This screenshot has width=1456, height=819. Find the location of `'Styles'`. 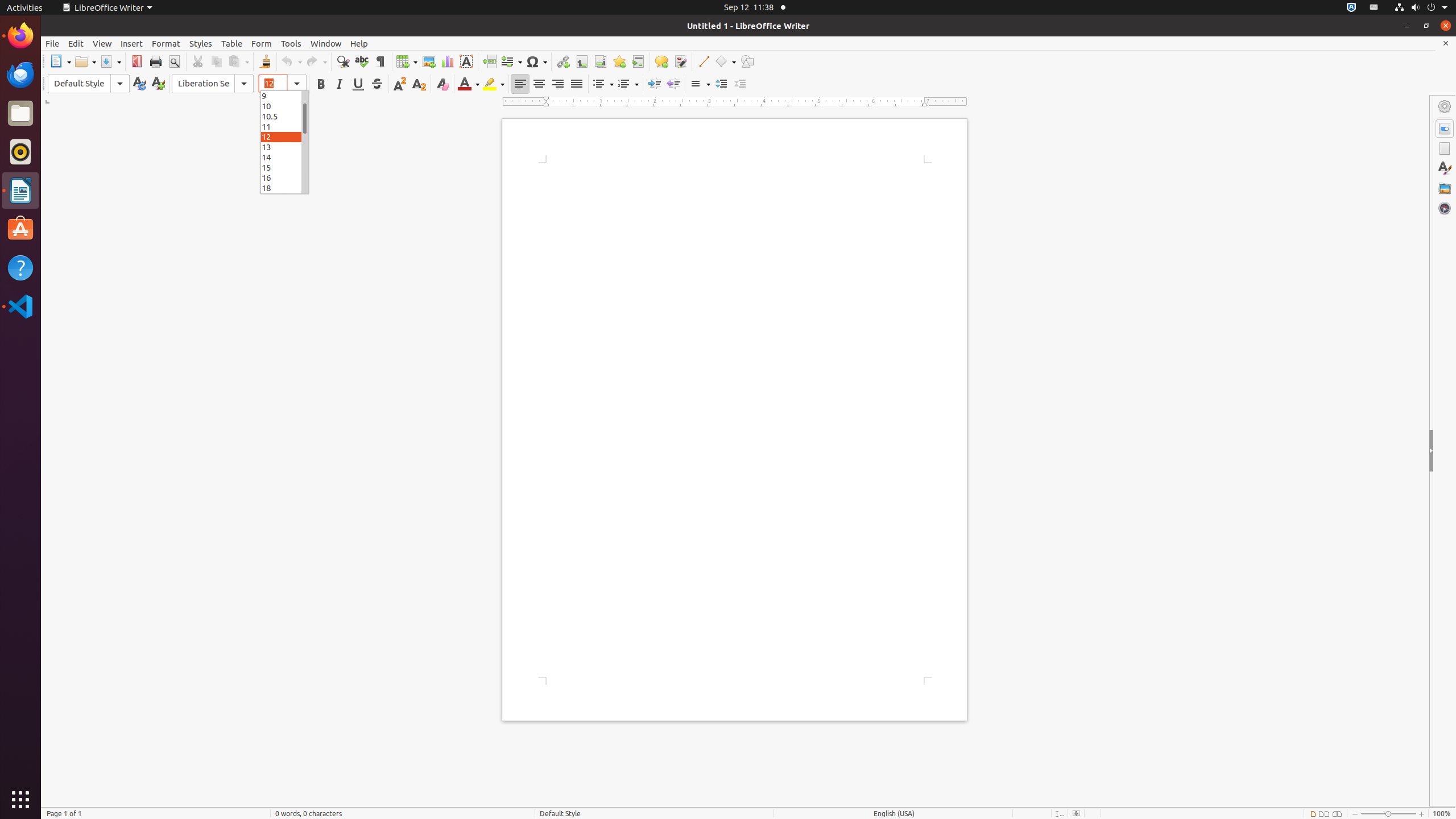

'Styles' is located at coordinates (200, 43).